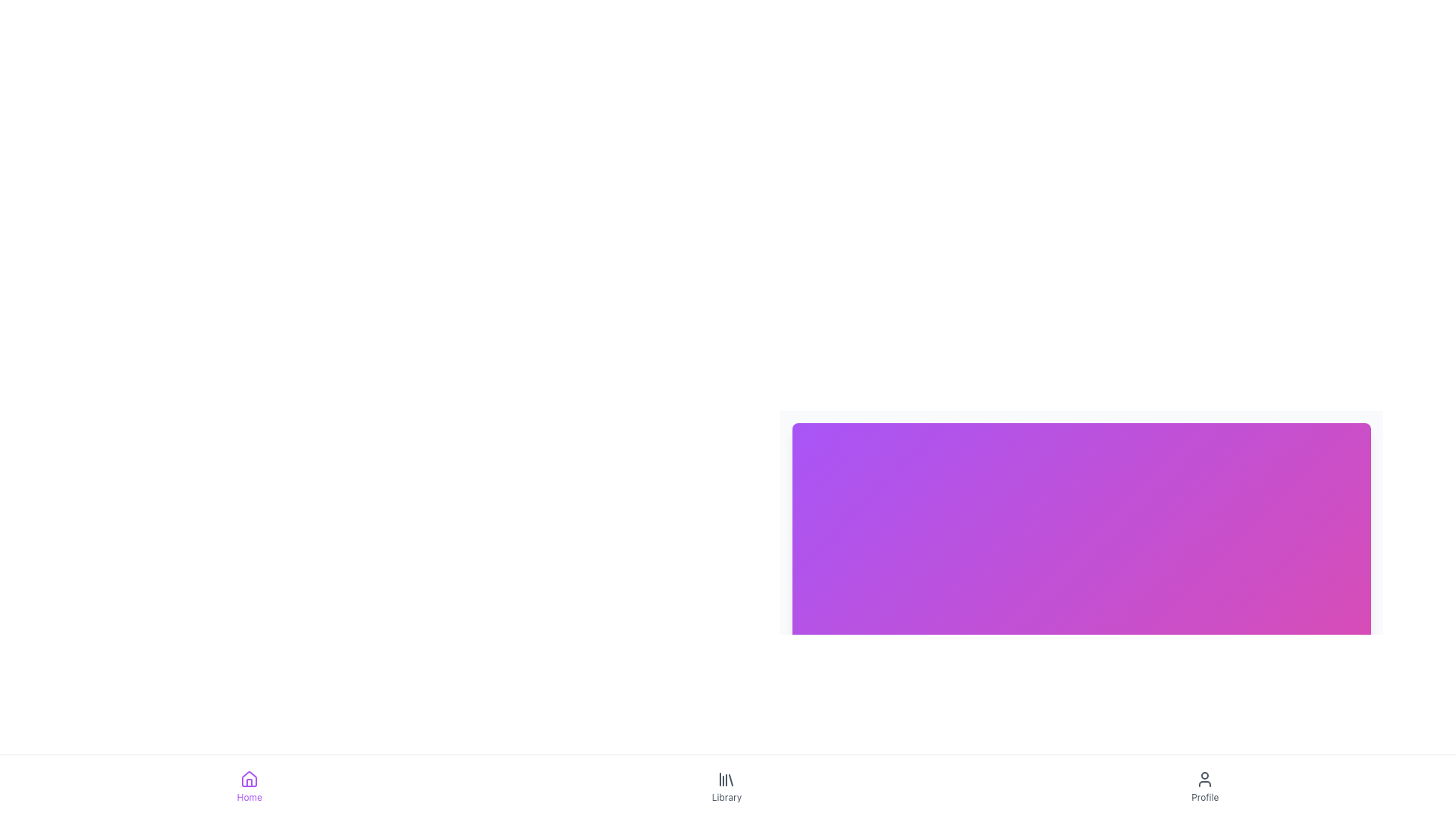 The width and height of the screenshot is (1456, 819). Describe the element at coordinates (726, 780) in the screenshot. I see `the navigational icon located in the central section of the bottom navigation bar` at that location.